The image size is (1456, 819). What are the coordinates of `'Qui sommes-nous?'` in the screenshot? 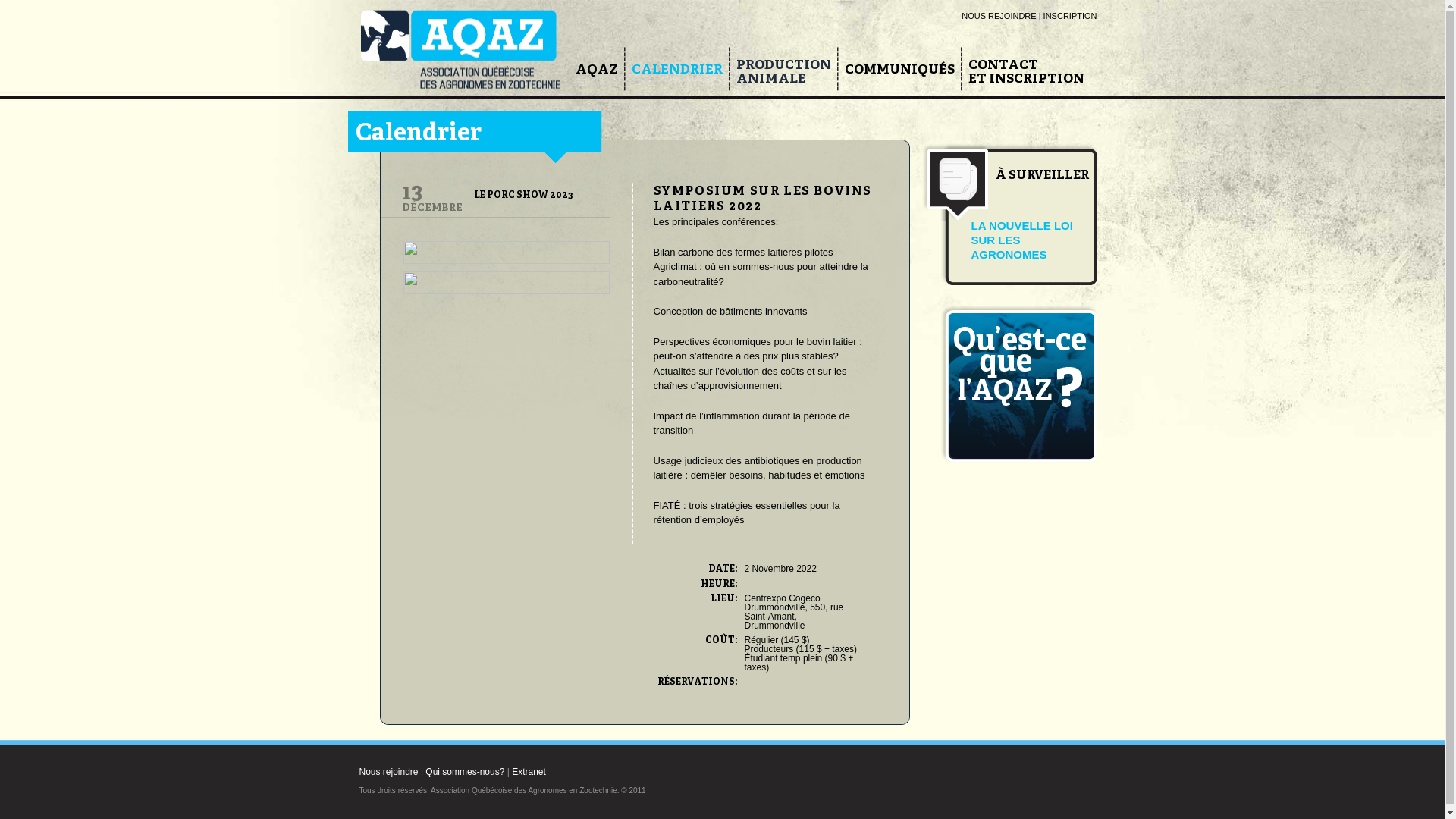 It's located at (464, 772).